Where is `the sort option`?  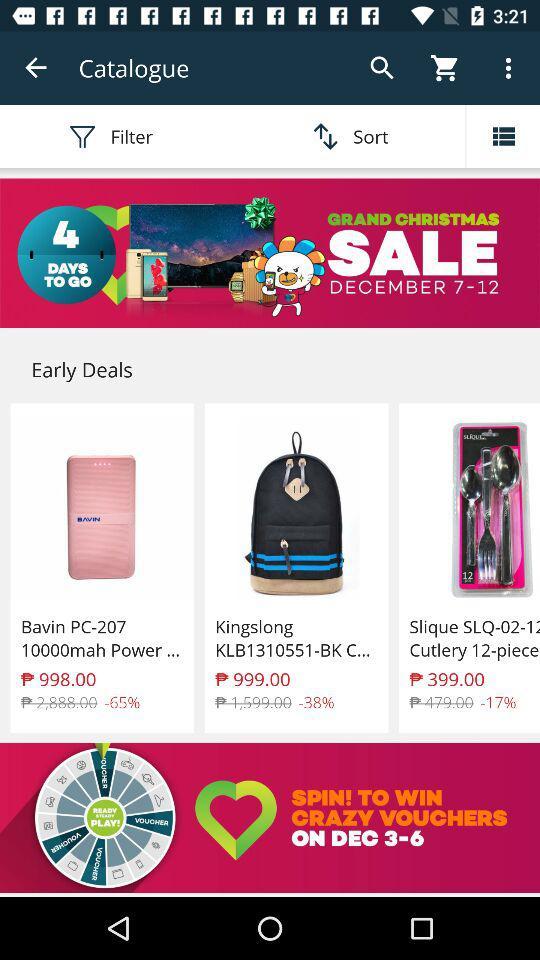
the sort option is located at coordinates (348, 135).